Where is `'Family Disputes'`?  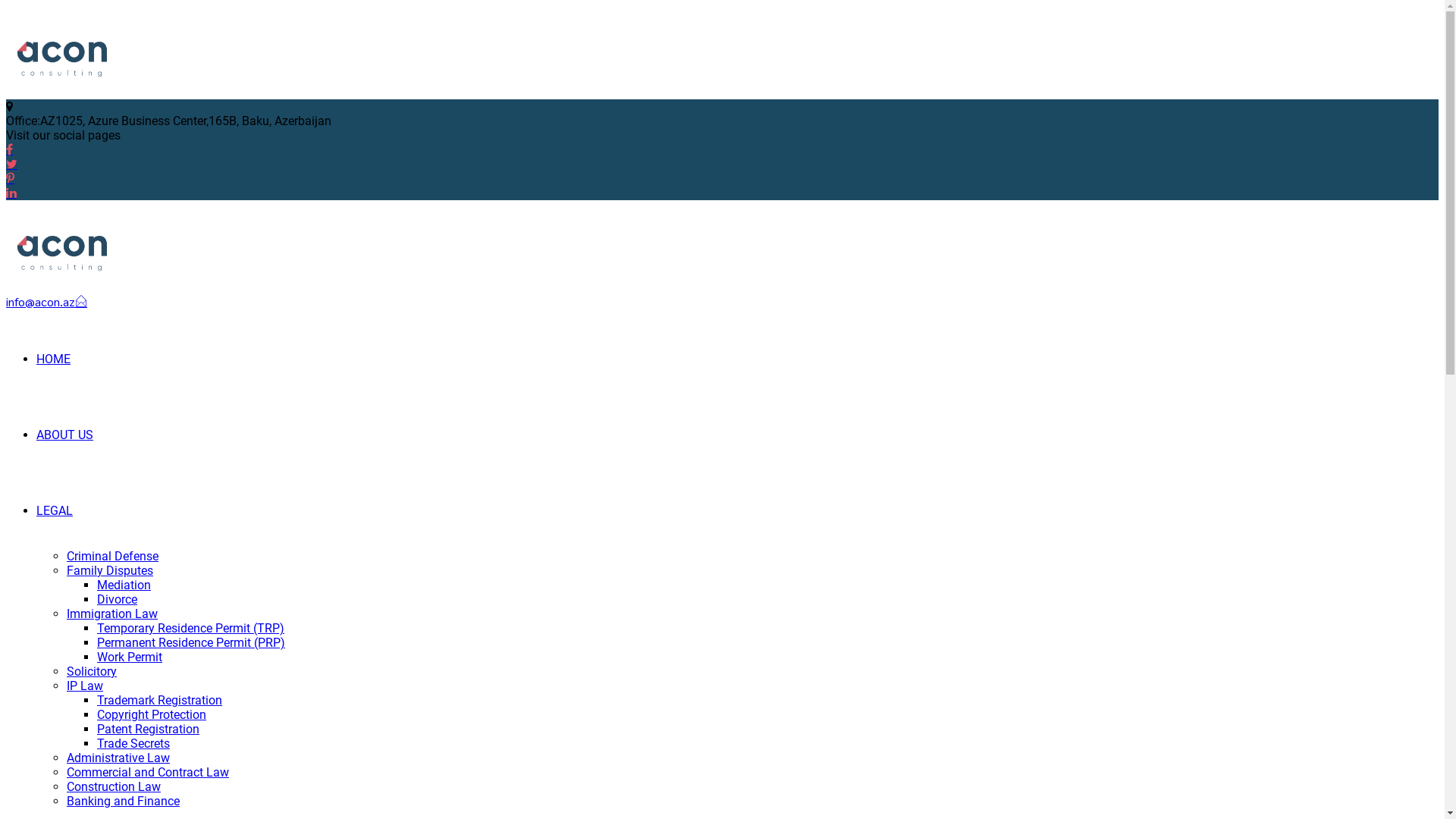
'Family Disputes' is located at coordinates (108, 570).